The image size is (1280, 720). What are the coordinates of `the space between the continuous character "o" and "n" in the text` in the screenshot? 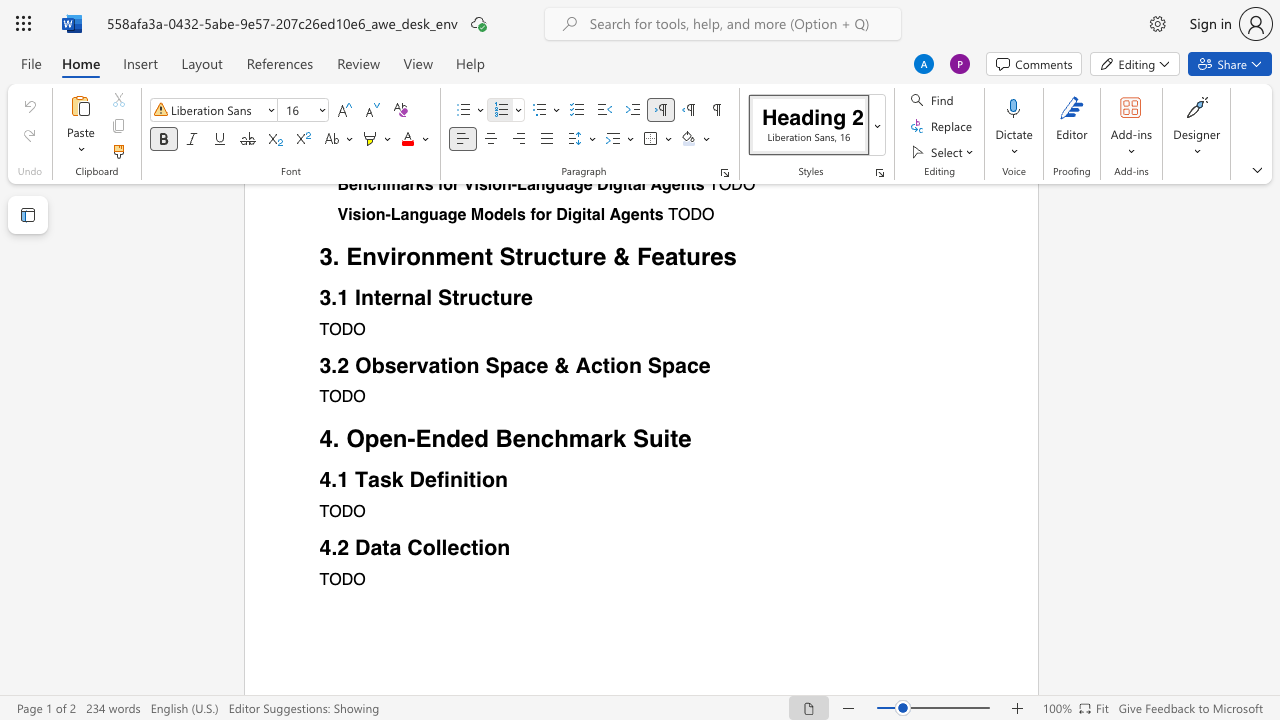 It's located at (497, 547).